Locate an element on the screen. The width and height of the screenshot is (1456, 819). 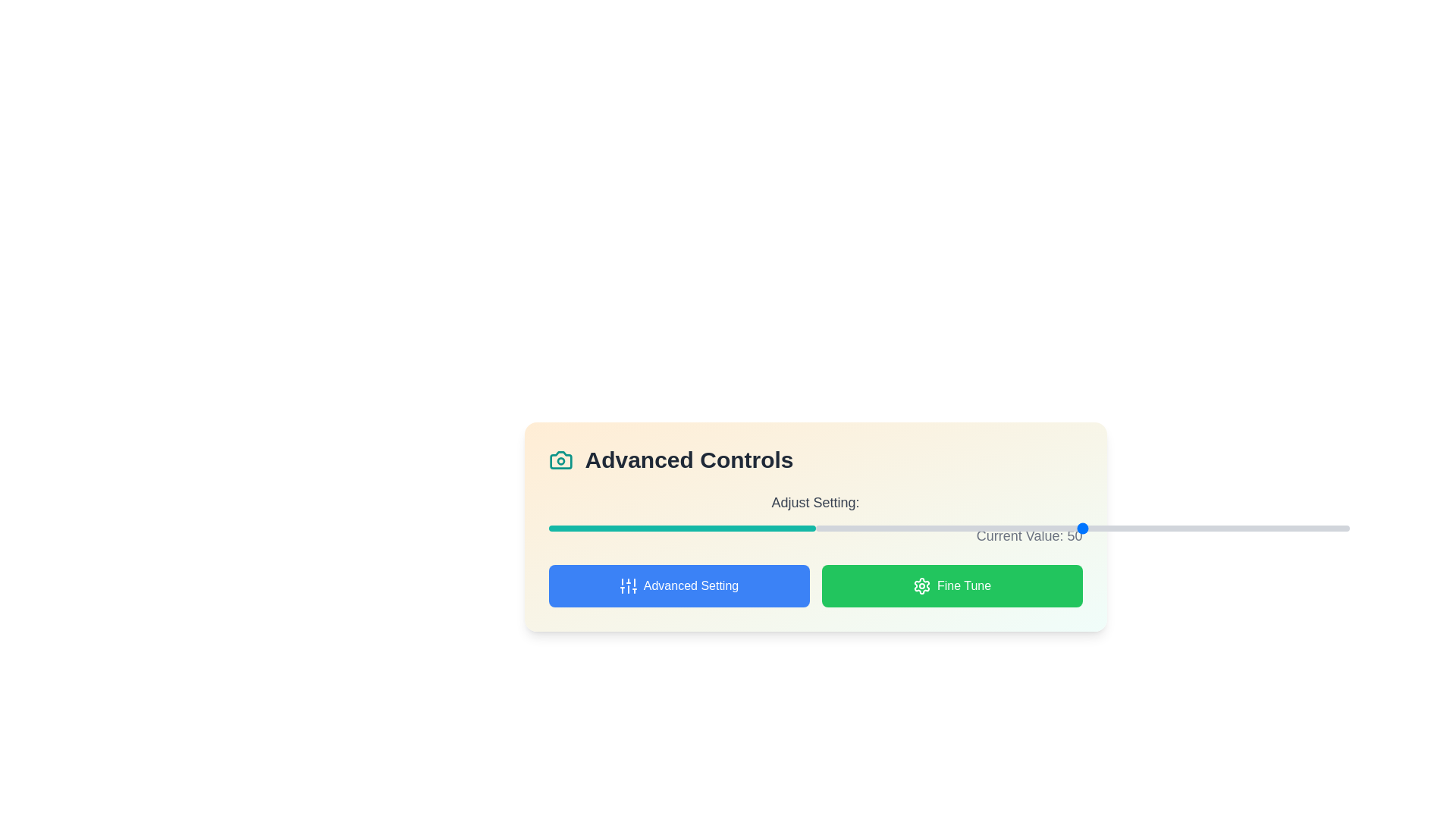
text label 'Fine Tune' which is displayed on a green button background, located at the bottom center of the panel, adjacent to an icon is located at coordinates (963, 585).